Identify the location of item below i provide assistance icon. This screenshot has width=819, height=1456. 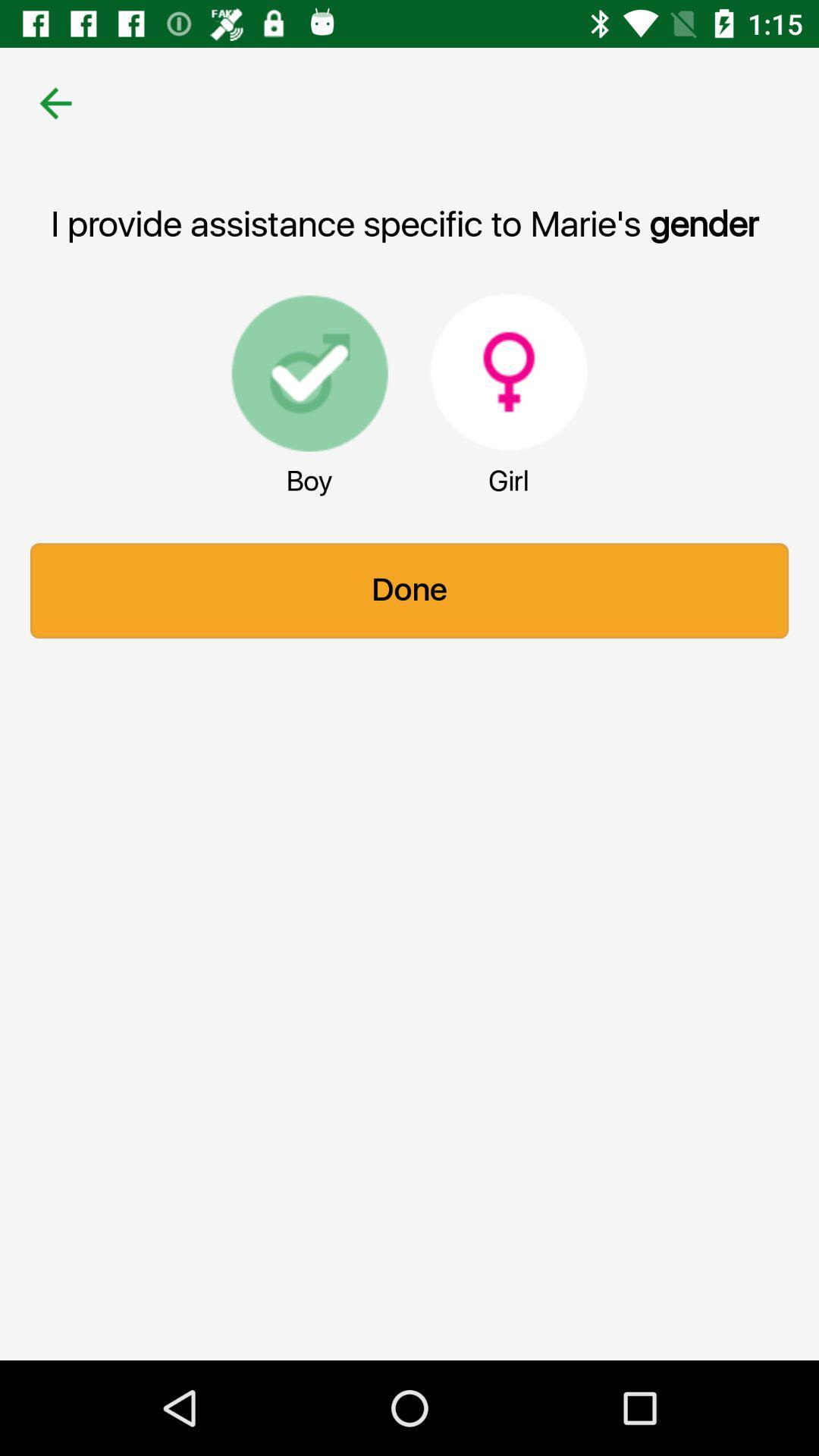
(309, 372).